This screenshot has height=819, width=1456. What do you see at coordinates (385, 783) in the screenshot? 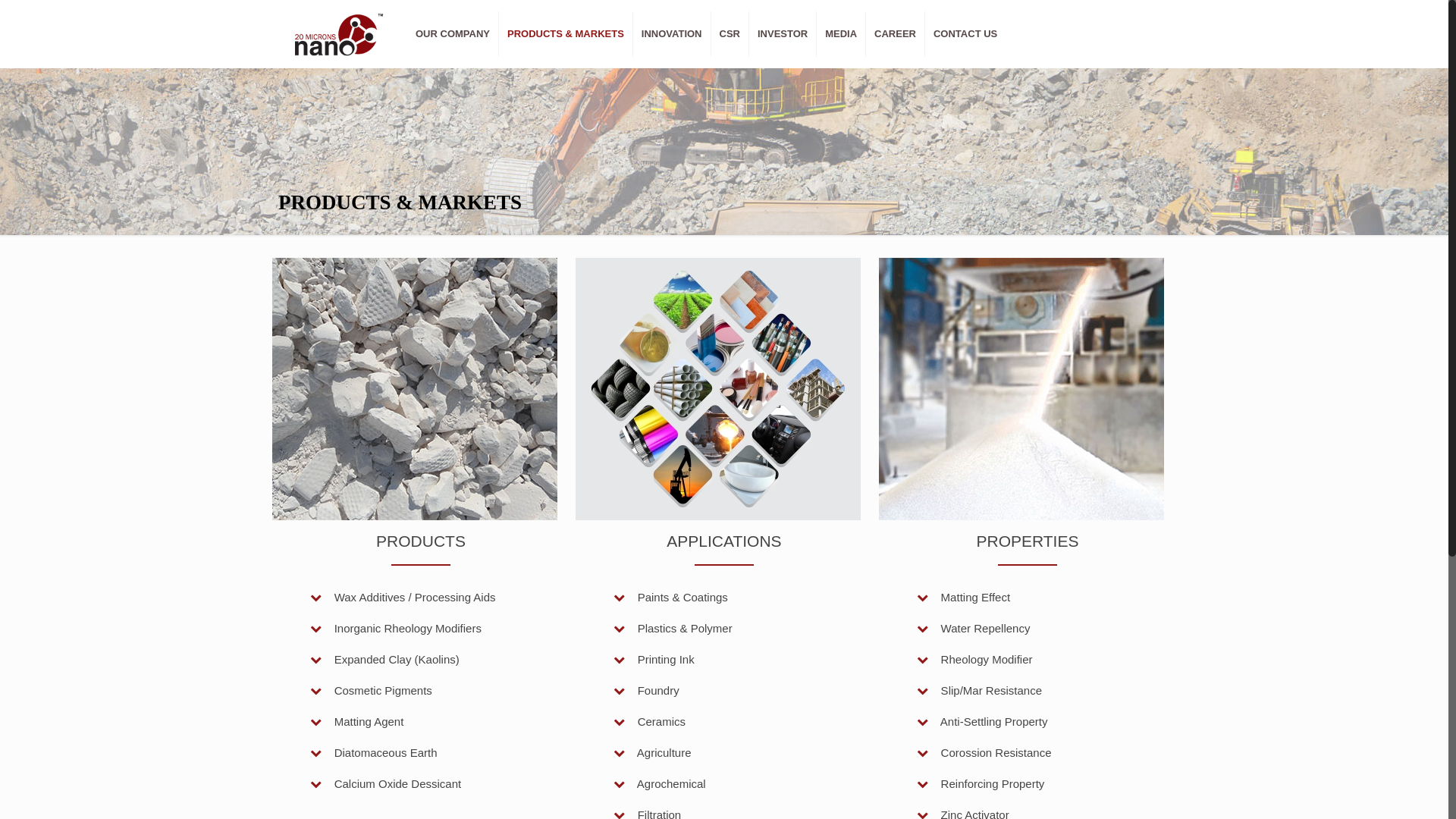
I see `'    Calcium Oxide Dessicant'` at bounding box center [385, 783].